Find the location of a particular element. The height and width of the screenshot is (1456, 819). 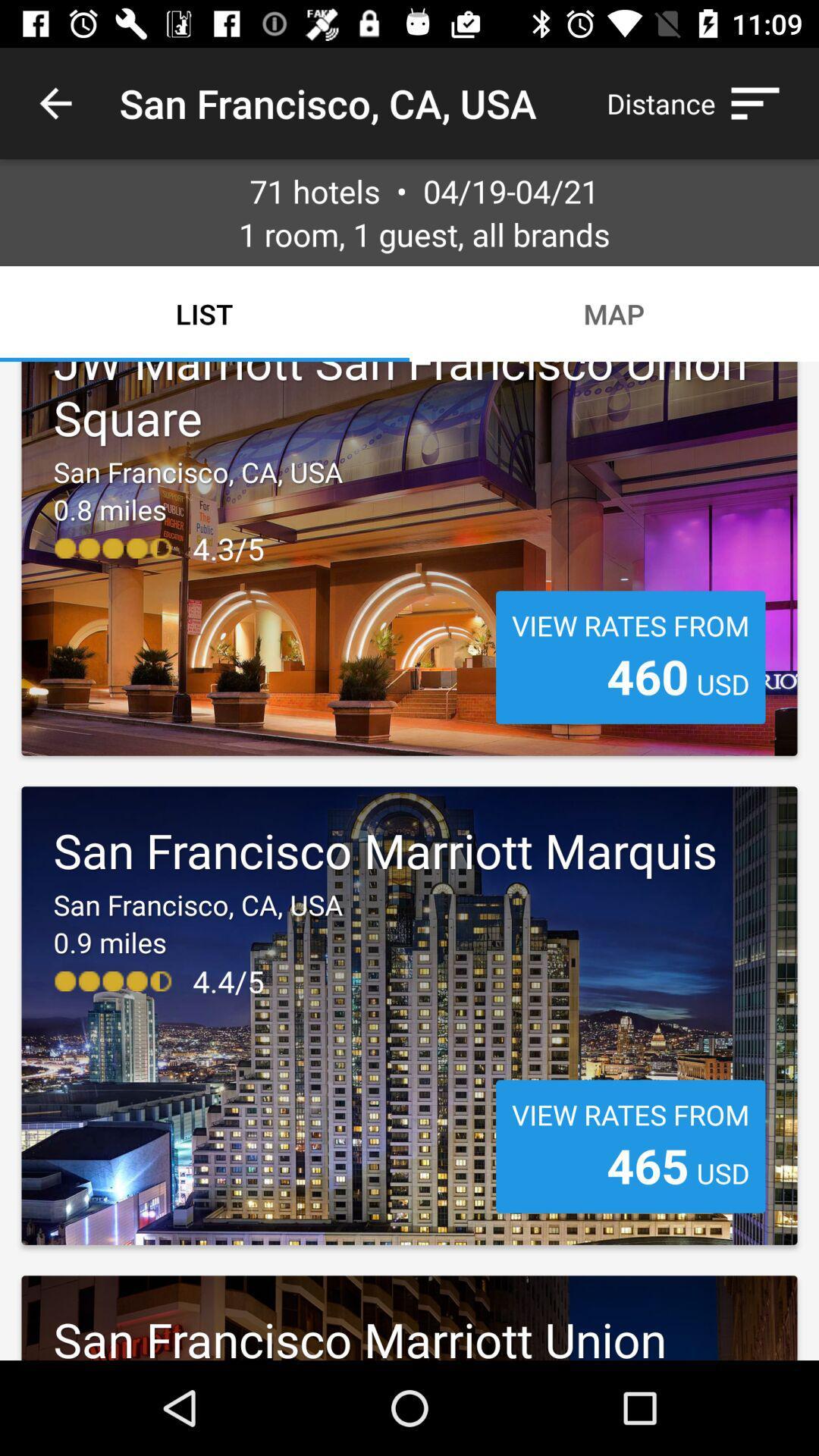

distance is located at coordinates (701, 102).